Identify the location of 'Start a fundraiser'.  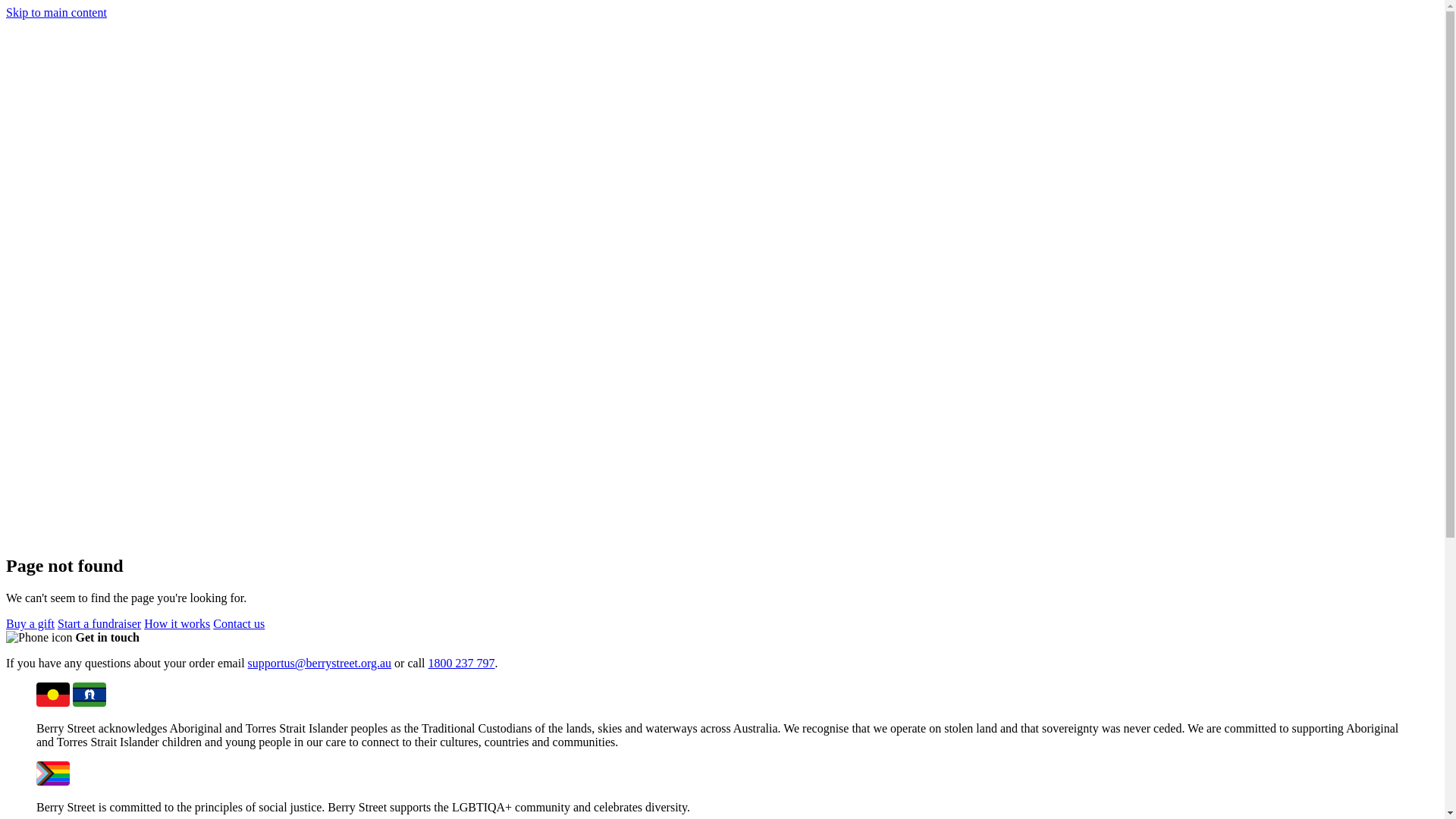
(98, 623).